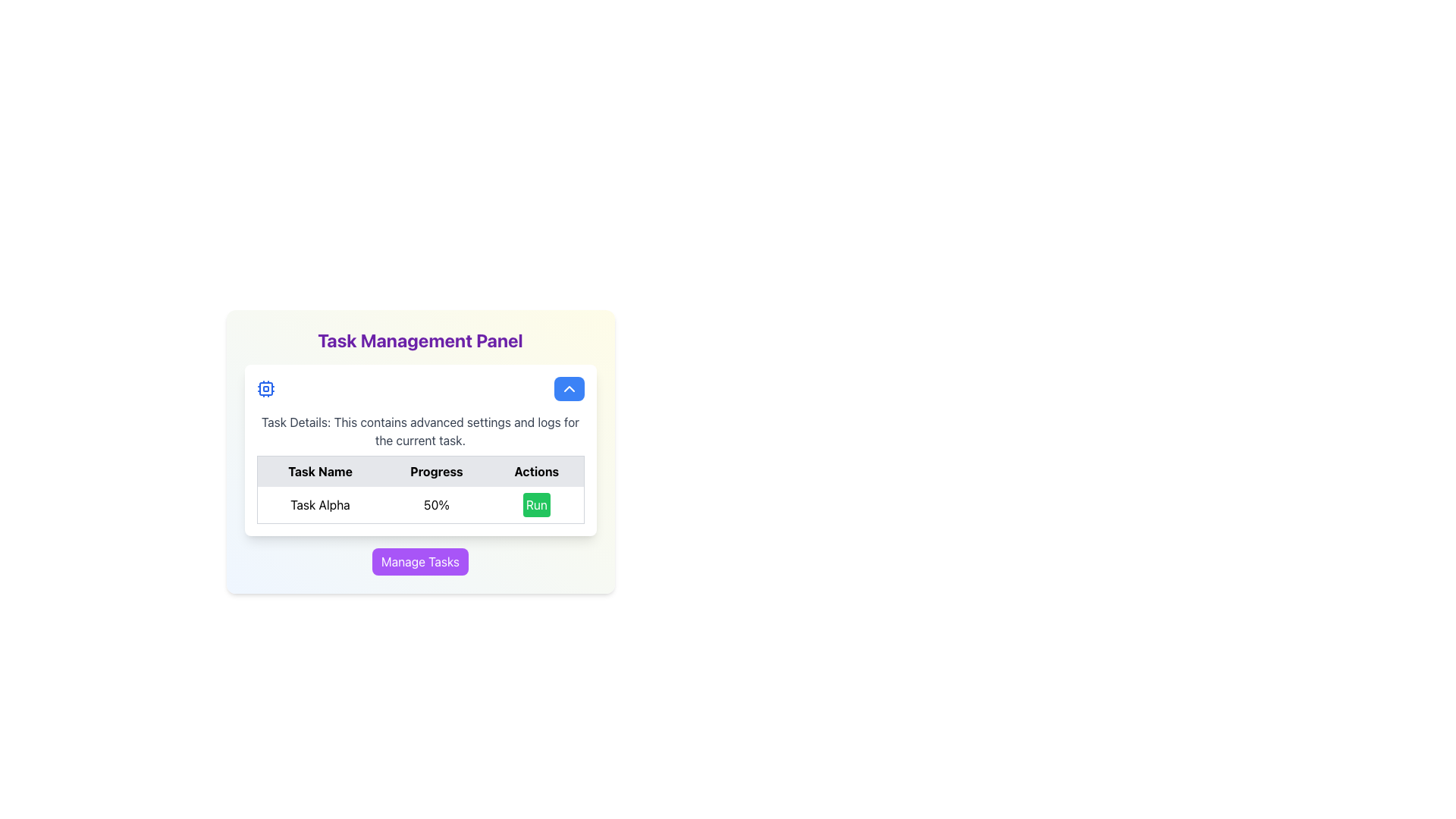 The width and height of the screenshot is (1456, 819). I want to click on the 'Run' button for 'Task Alpha', so click(537, 505).